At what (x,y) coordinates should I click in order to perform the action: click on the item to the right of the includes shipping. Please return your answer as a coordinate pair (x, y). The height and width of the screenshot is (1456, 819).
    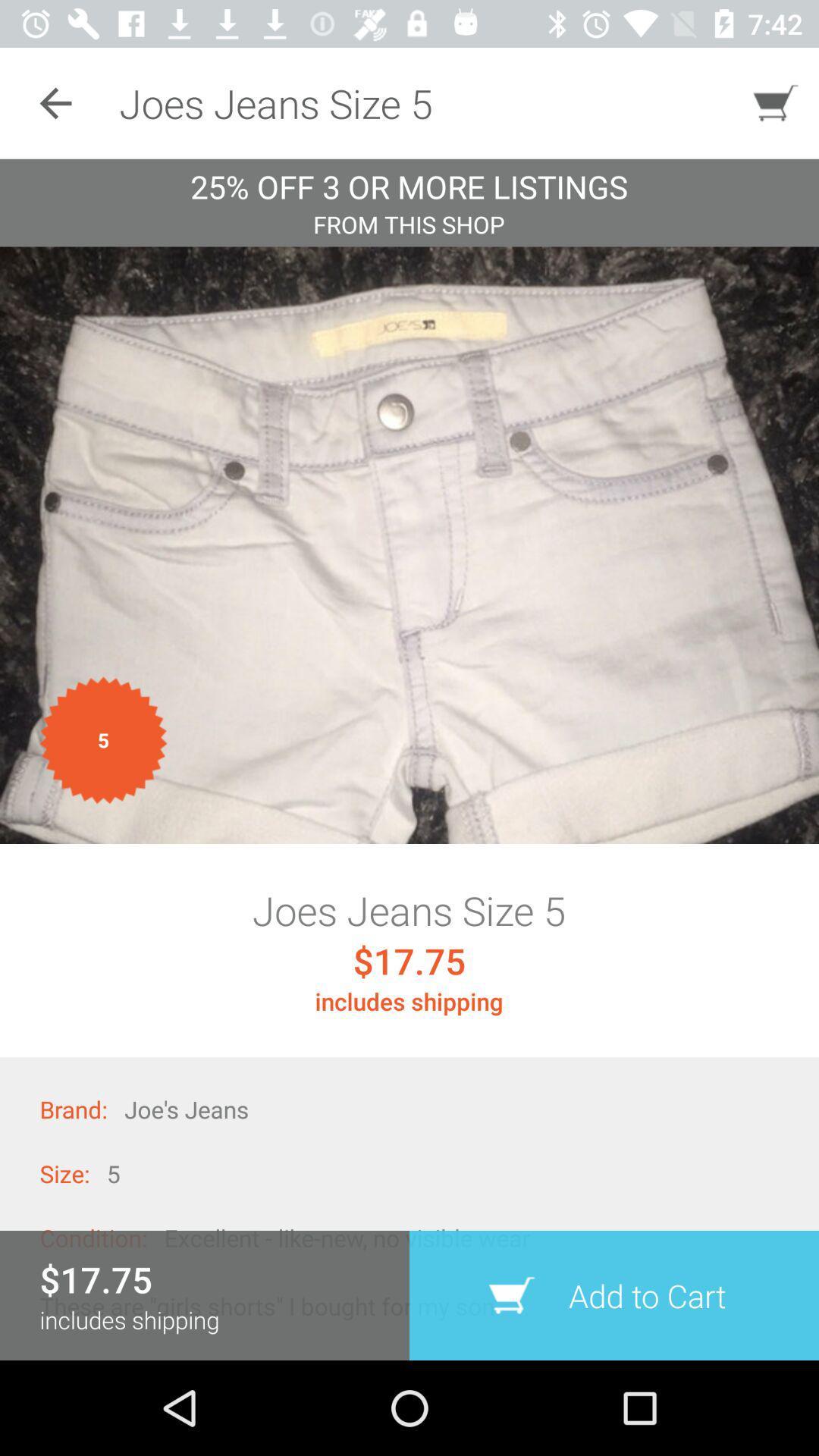
    Looking at the image, I should click on (614, 1294).